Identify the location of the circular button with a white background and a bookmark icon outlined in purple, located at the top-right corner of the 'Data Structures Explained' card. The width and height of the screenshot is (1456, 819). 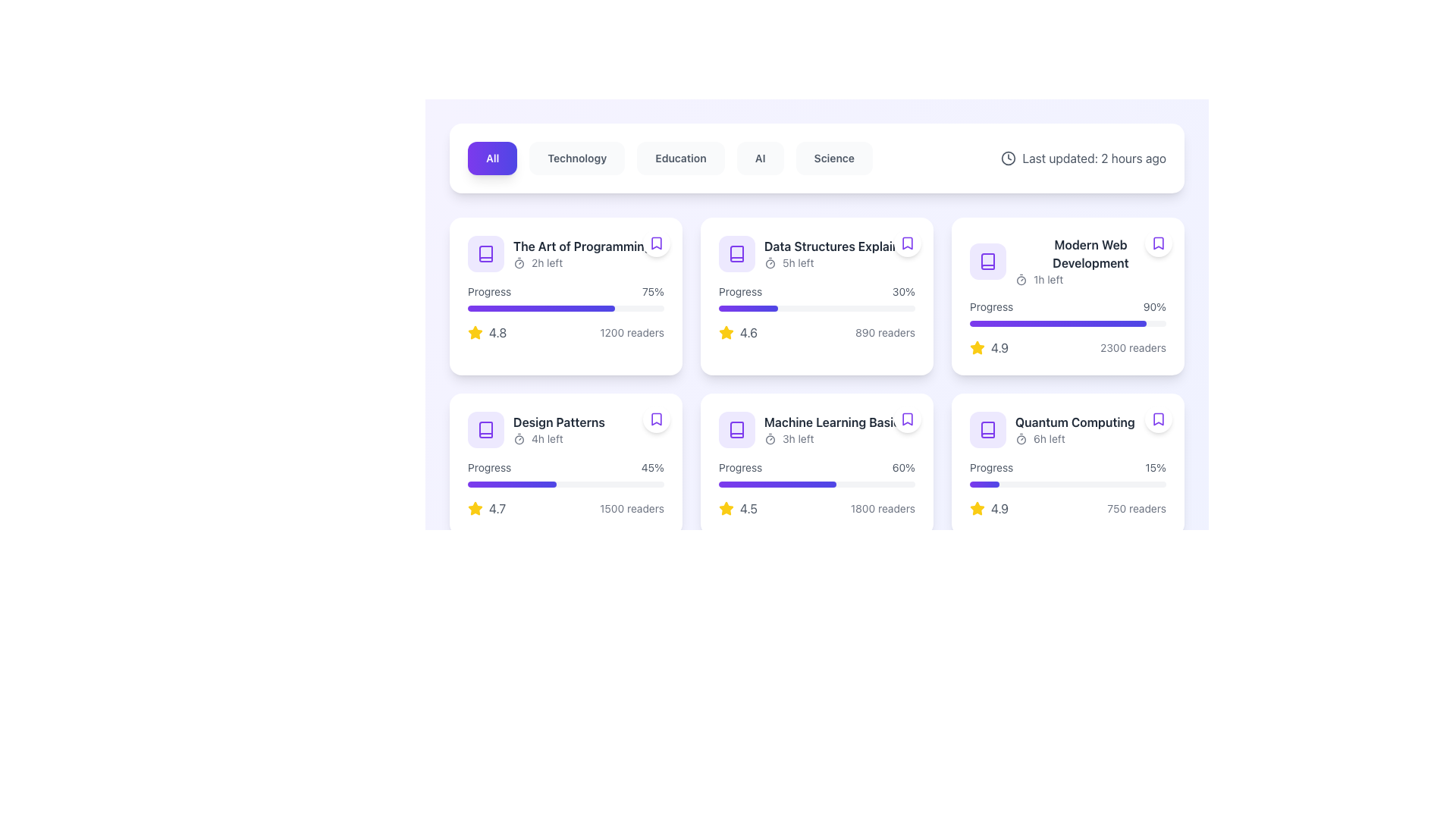
(907, 242).